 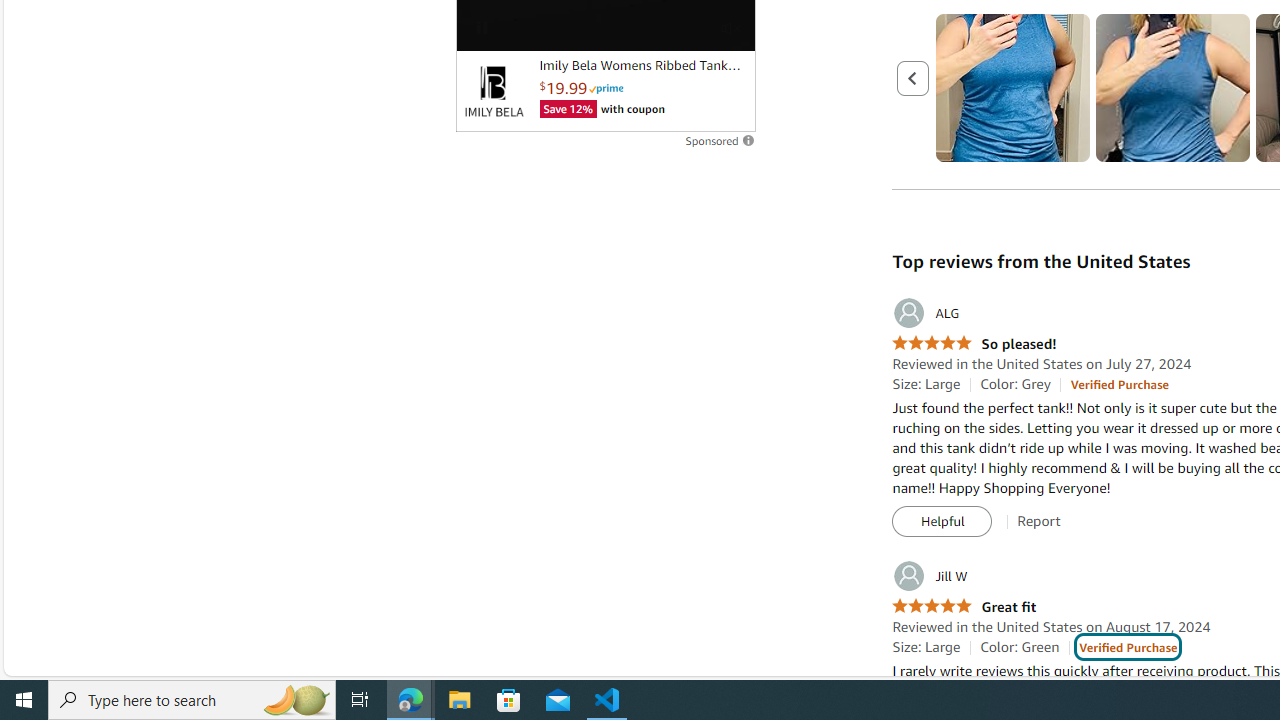 I want to click on '5.0 out of 5 stars Great fit', so click(x=964, y=606).